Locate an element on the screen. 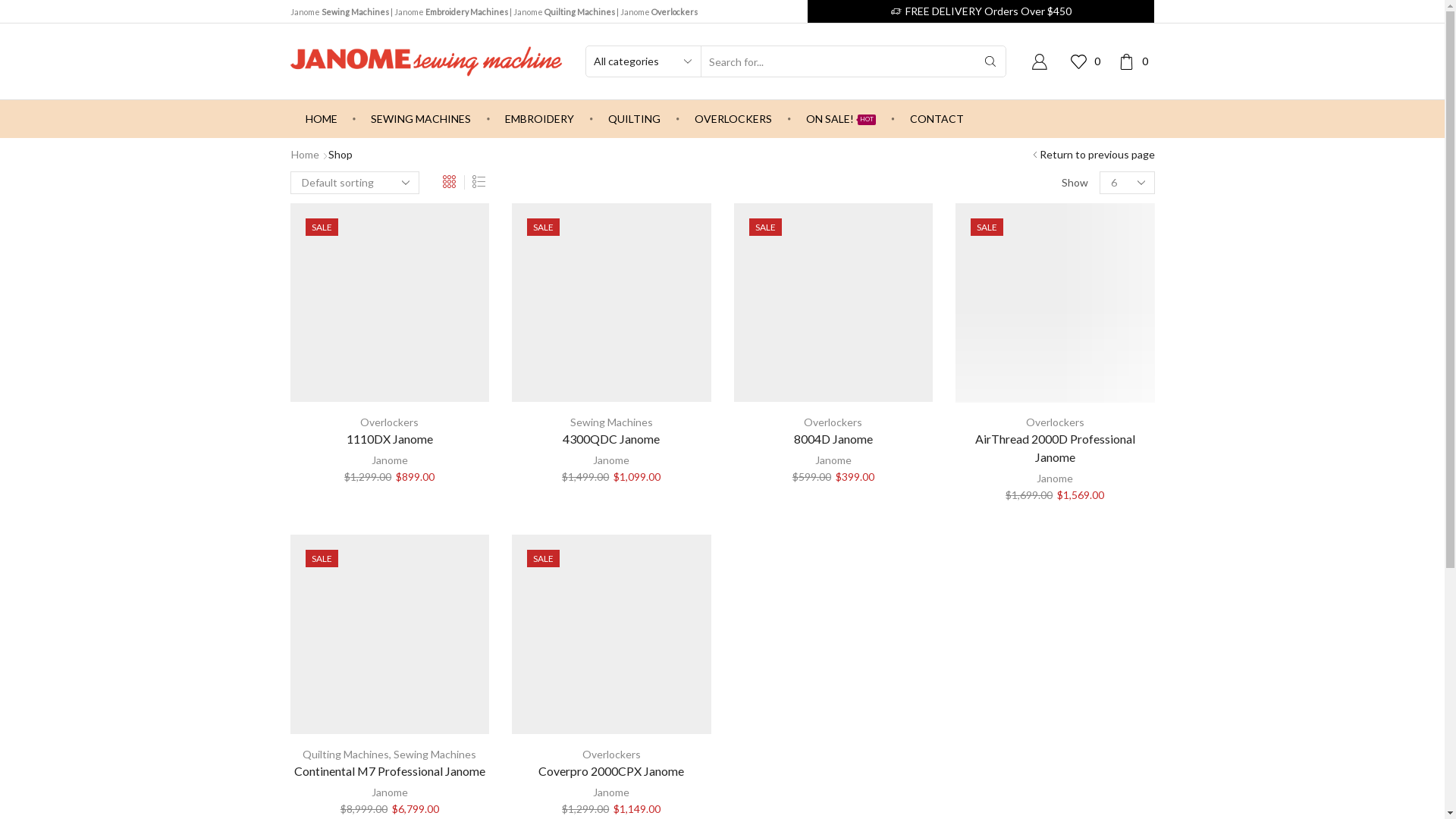  'Janome Overlockers' is located at coordinates (658, 11).